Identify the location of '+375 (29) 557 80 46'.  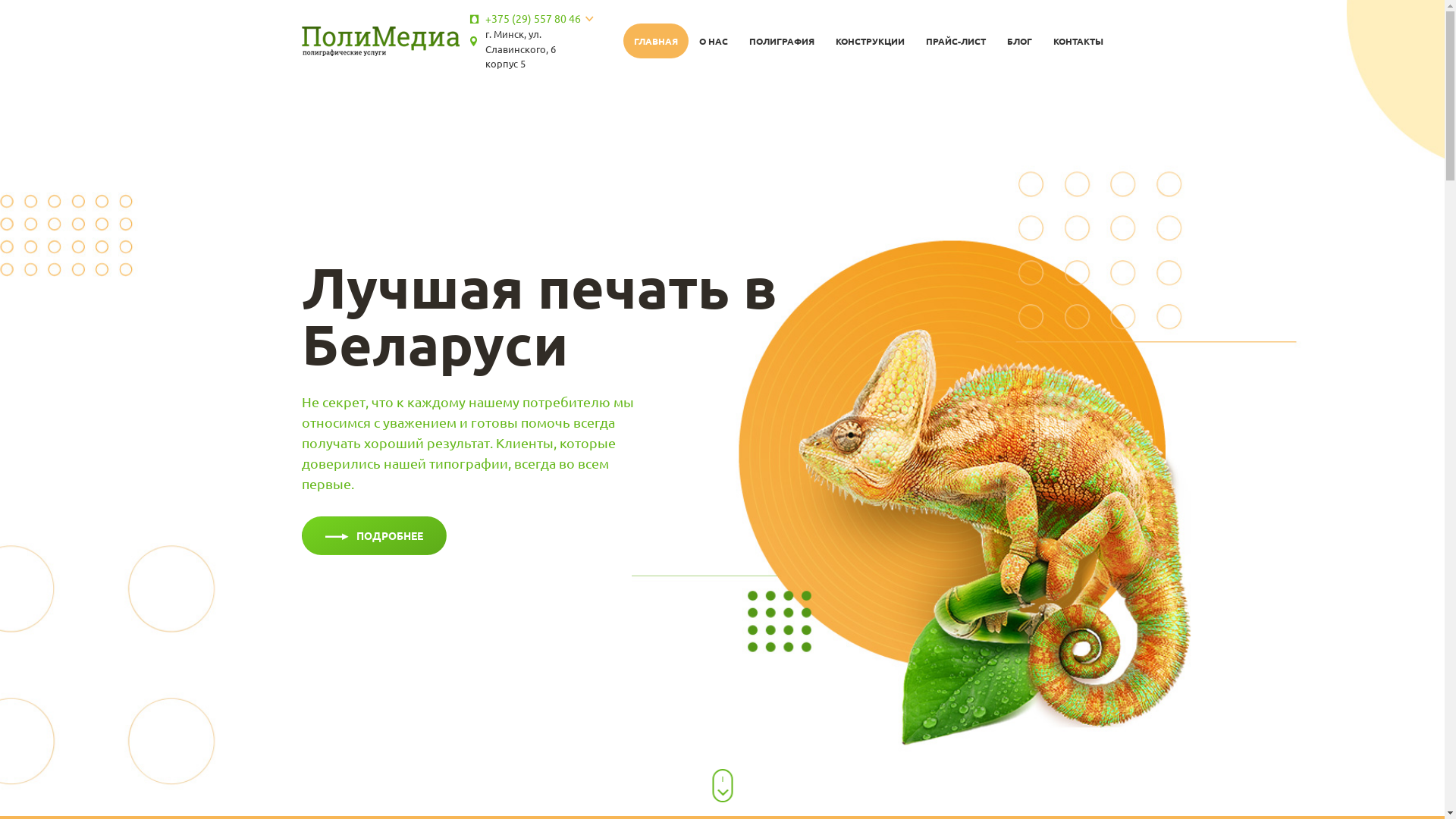
(532, 17).